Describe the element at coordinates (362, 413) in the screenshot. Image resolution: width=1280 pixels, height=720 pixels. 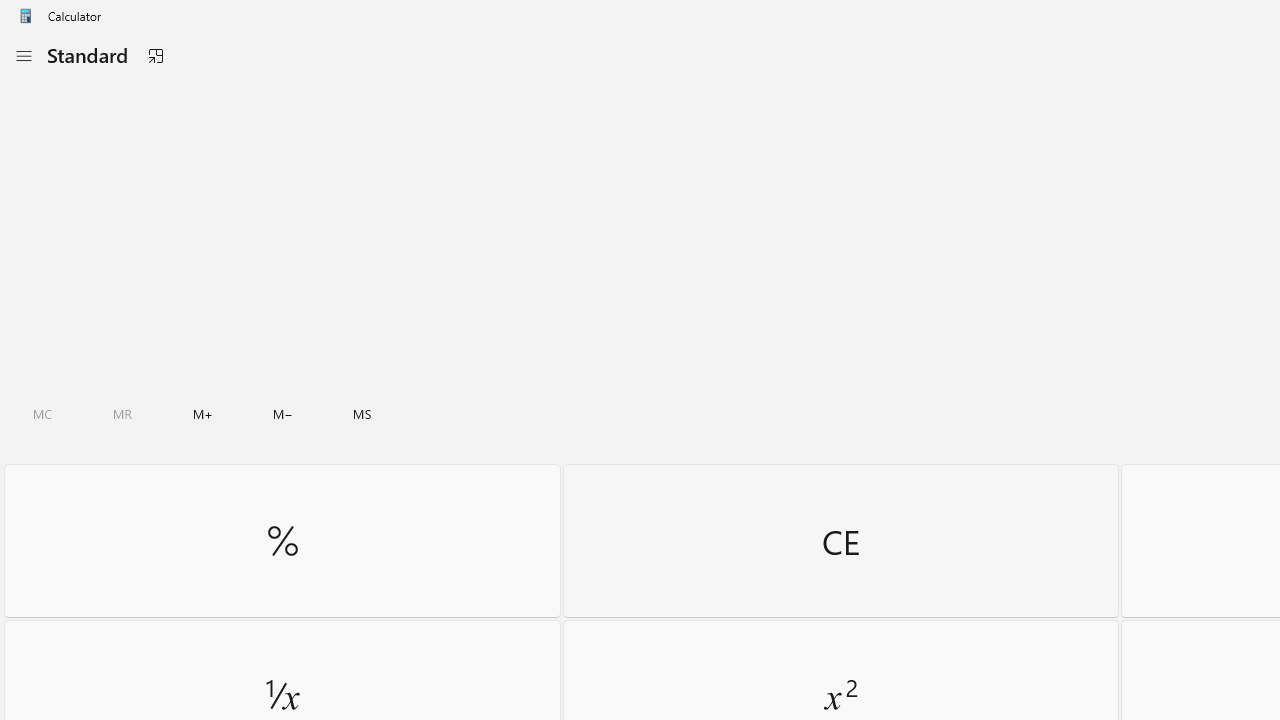
I see `'Memory store'` at that location.